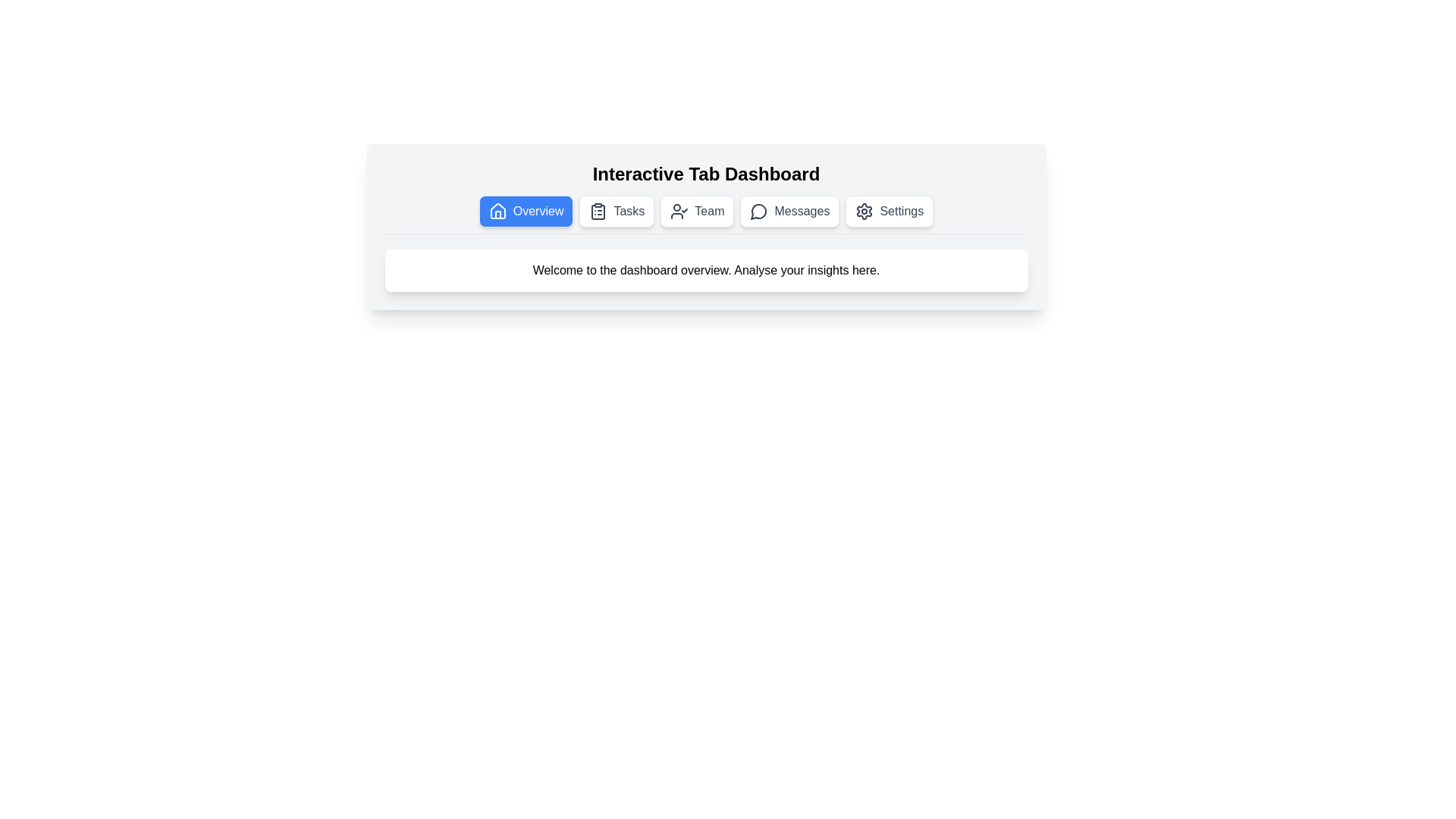  I want to click on the user avatar icon with a checkmark, which is the leftmost icon inside the 'Team' button tab, positioned between 'Tasks' and 'Messages', so click(679, 211).